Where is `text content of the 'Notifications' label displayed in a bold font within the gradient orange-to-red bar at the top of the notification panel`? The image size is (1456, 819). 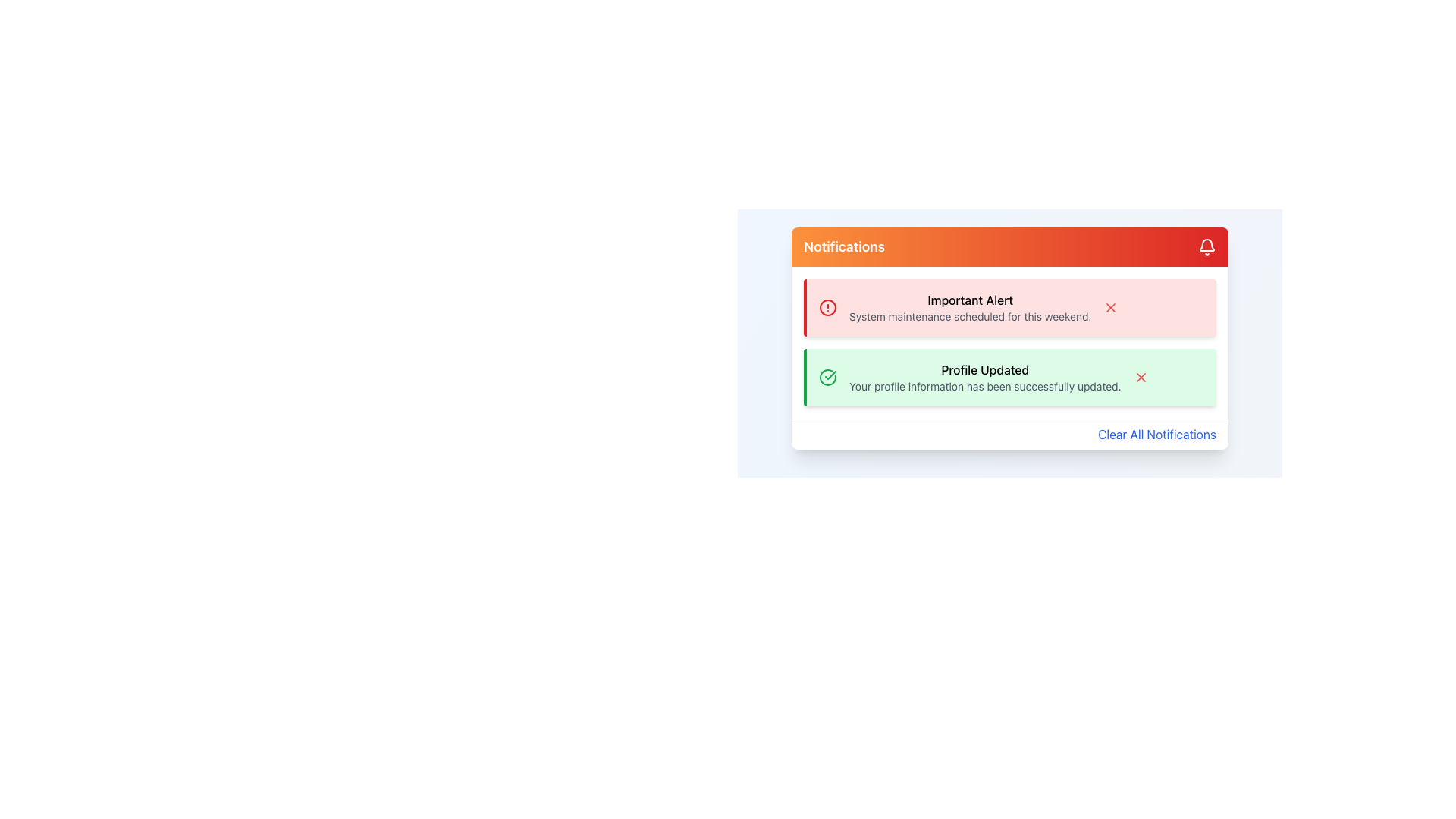 text content of the 'Notifications' label displayed in a bold font within the gradient orange-to-red bar at the top of the notification panel is located at coordinates (843, 246).